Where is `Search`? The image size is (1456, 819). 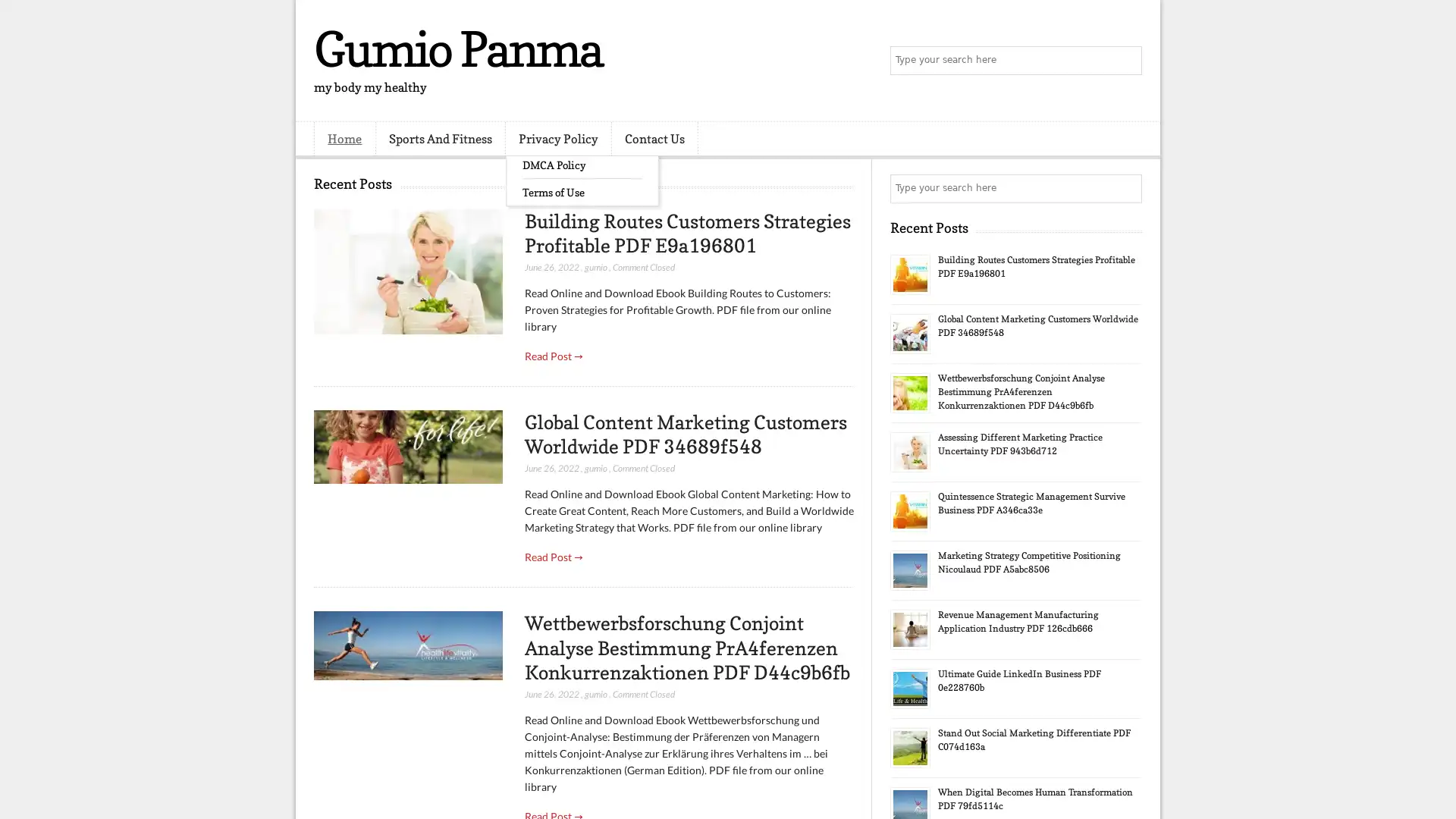
Search is located at coordinates (1126, 188).